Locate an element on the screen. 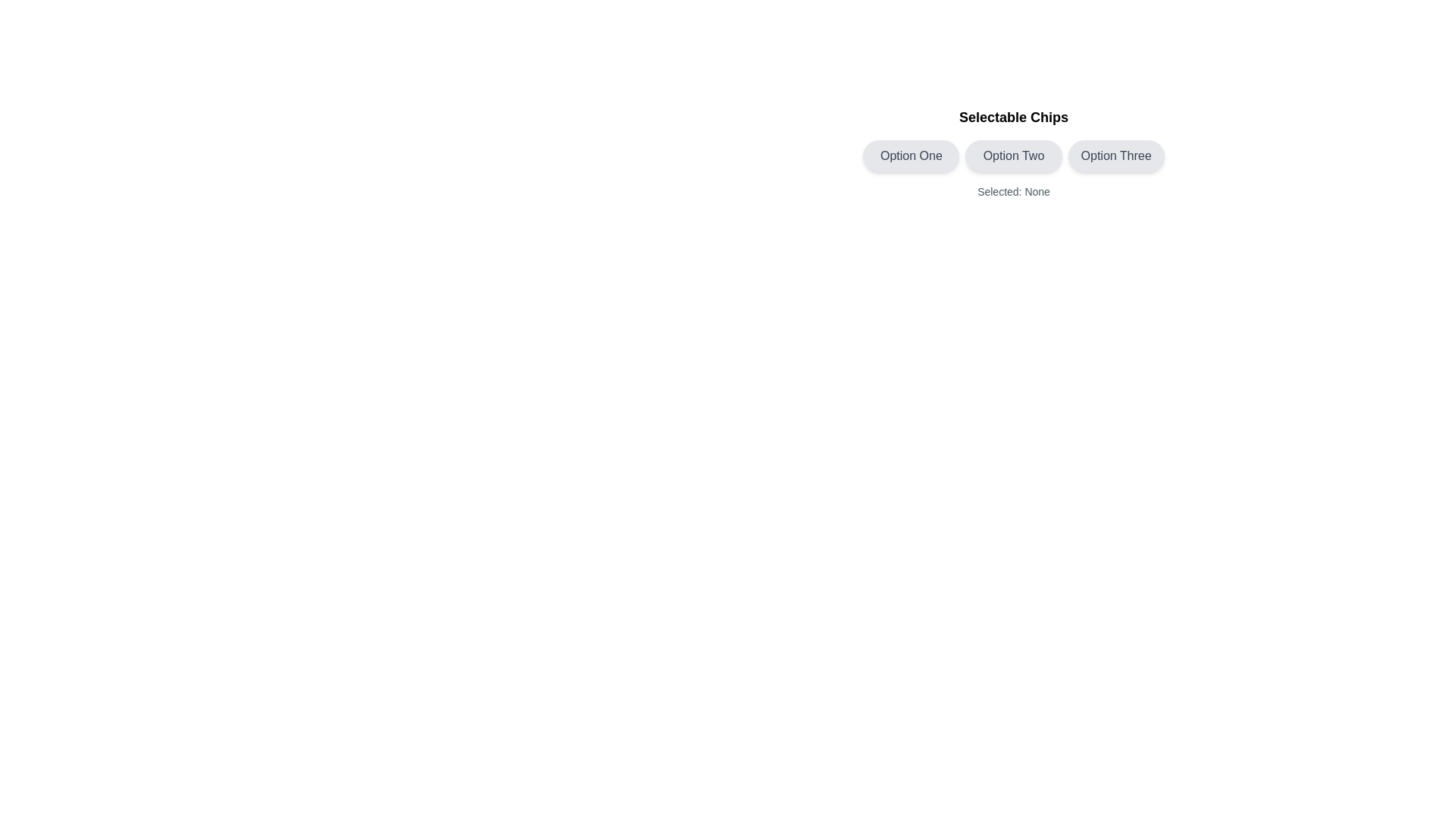  the Text Label that indicates the current selection state, showing 'Selected: None' initially, located beneath the options 'Option One,' 'Option Two,' and 'Option Three.' is located at coordinates (1013, 191).